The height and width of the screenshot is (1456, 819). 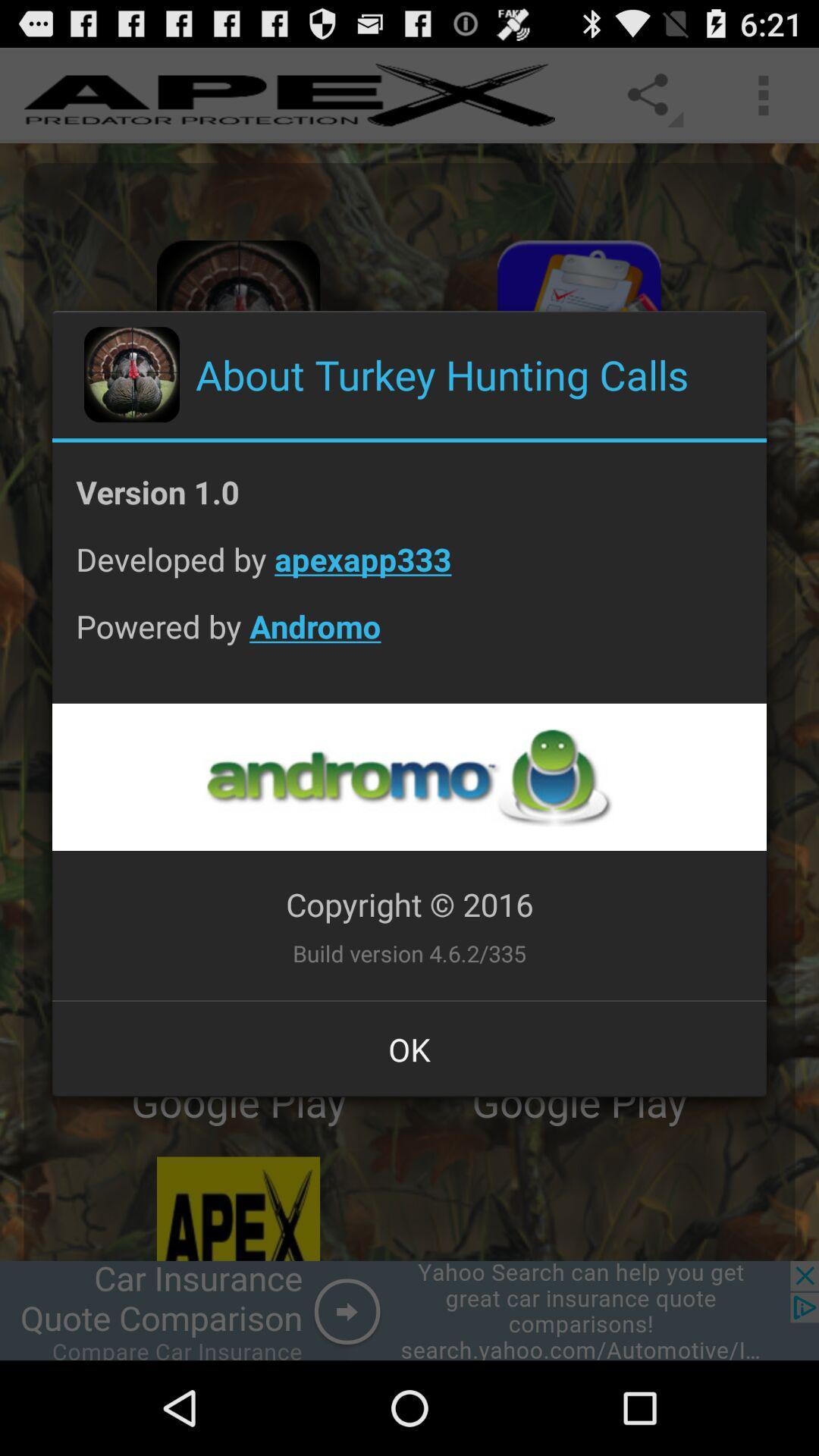 I want to click on the icon above the powered by andromo item, so click(x=409, y=570).